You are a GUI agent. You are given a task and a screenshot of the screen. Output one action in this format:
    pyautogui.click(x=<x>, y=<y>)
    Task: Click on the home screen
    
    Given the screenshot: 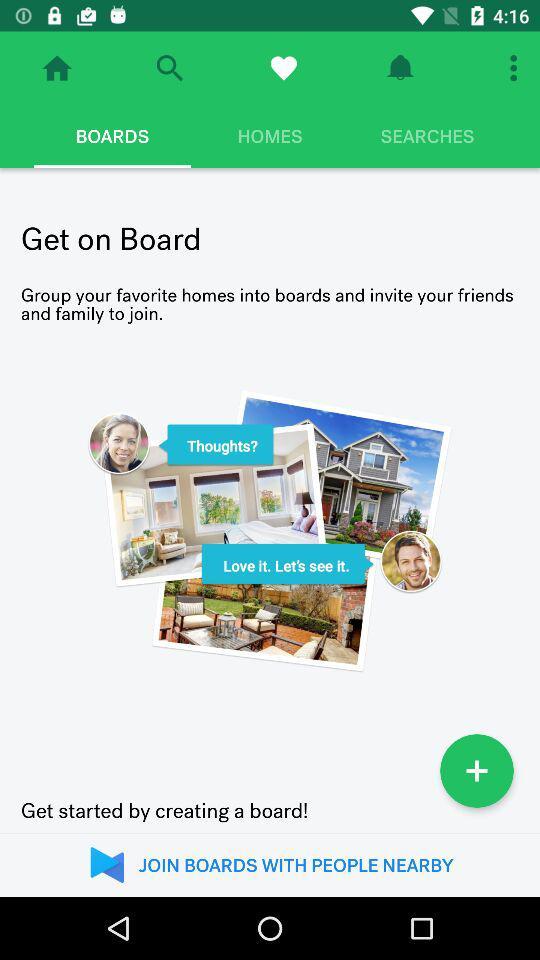 What is the action you would take?
    pyautogui.click(x=57, y=68)
    